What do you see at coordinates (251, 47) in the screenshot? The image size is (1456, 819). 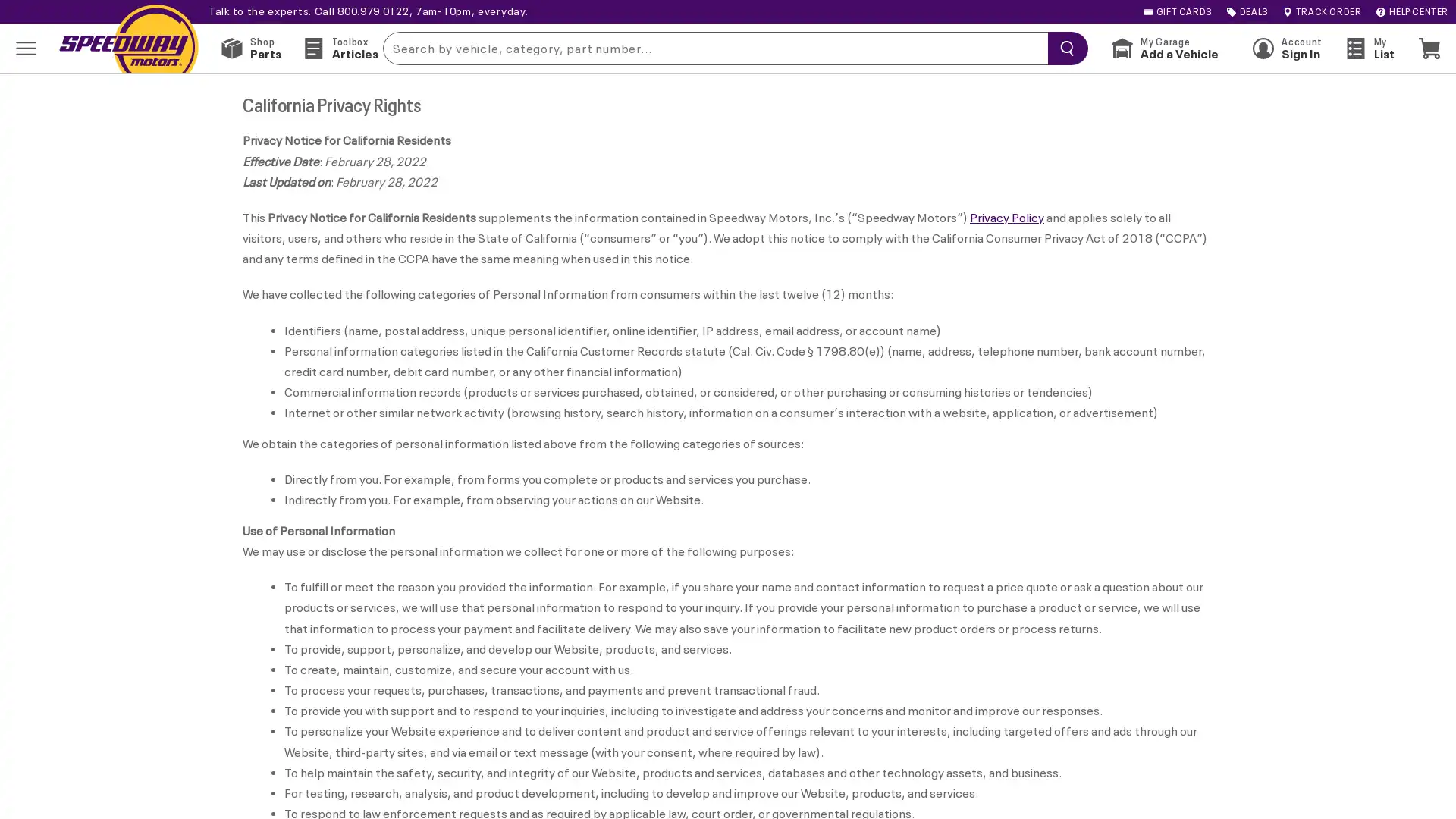 I see `Shop Parts` at bounding box center [251, 47].